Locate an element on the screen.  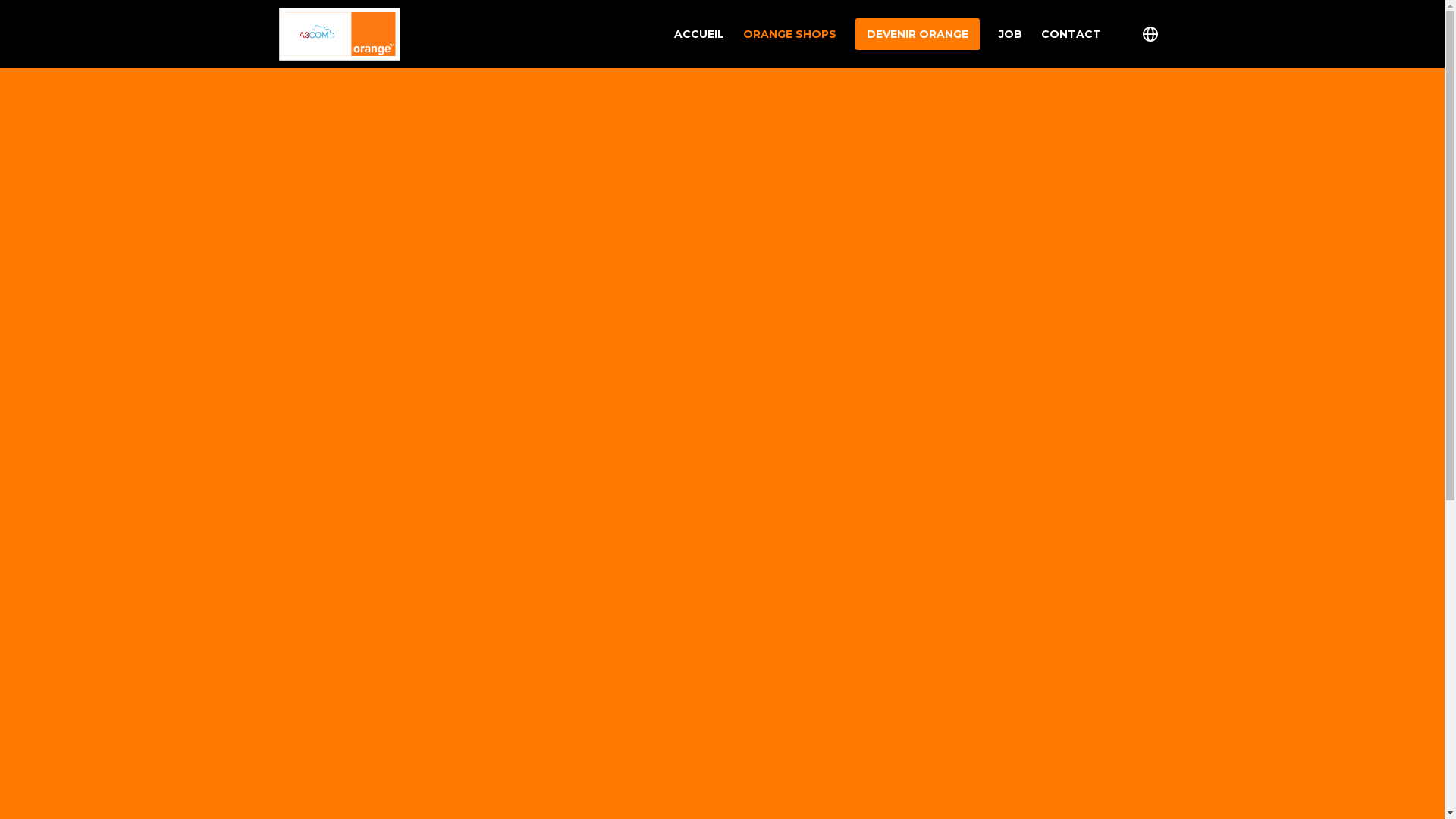
'ACCUEIL' is located at coordinates (689, 34).